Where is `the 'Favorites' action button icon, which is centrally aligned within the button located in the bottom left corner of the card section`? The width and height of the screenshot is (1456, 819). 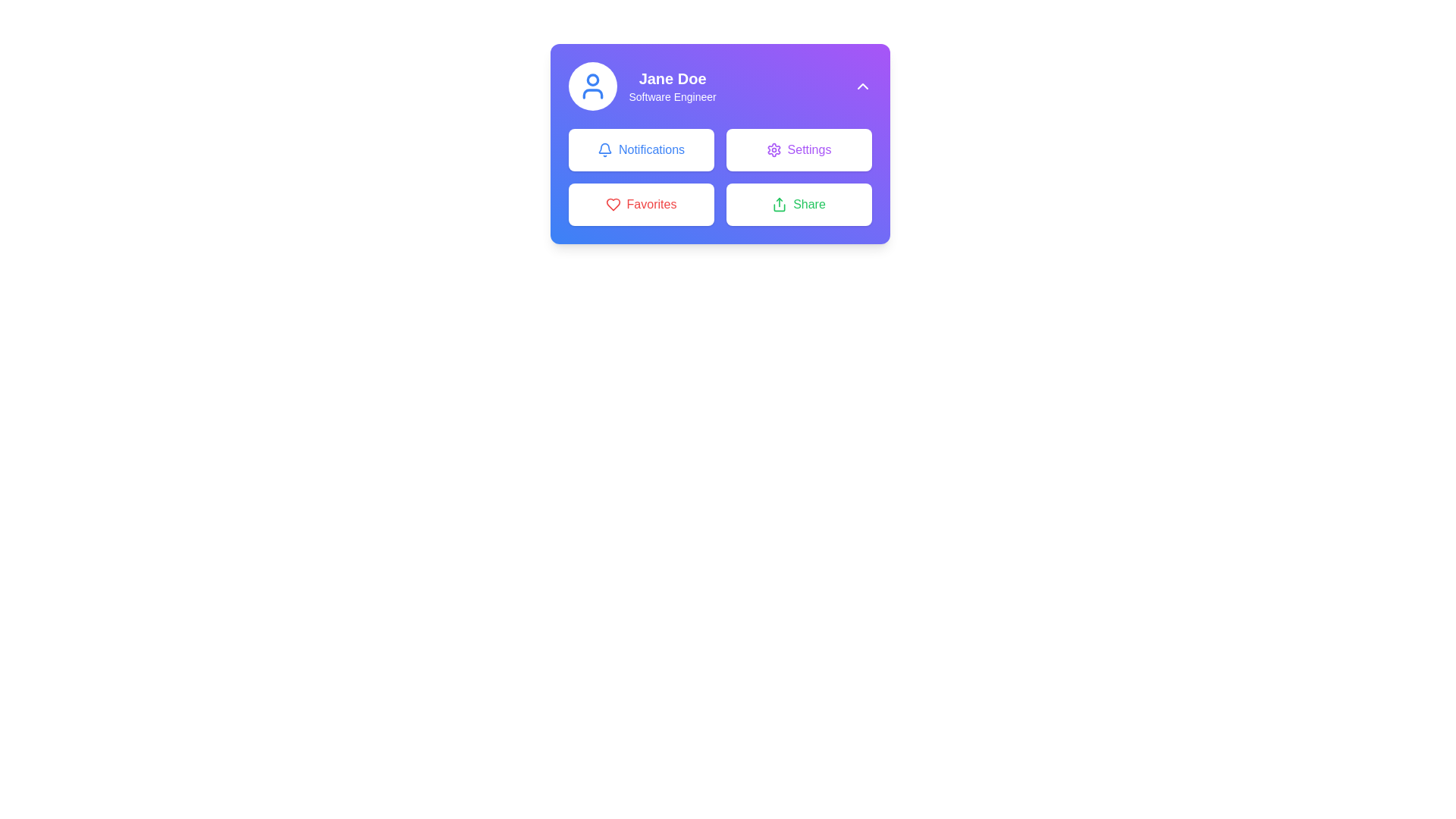
the 'Favorites' action button icon, which is centrally aligned within the button located in the bottom left corner of the card section is located at coordinates (613, 205).